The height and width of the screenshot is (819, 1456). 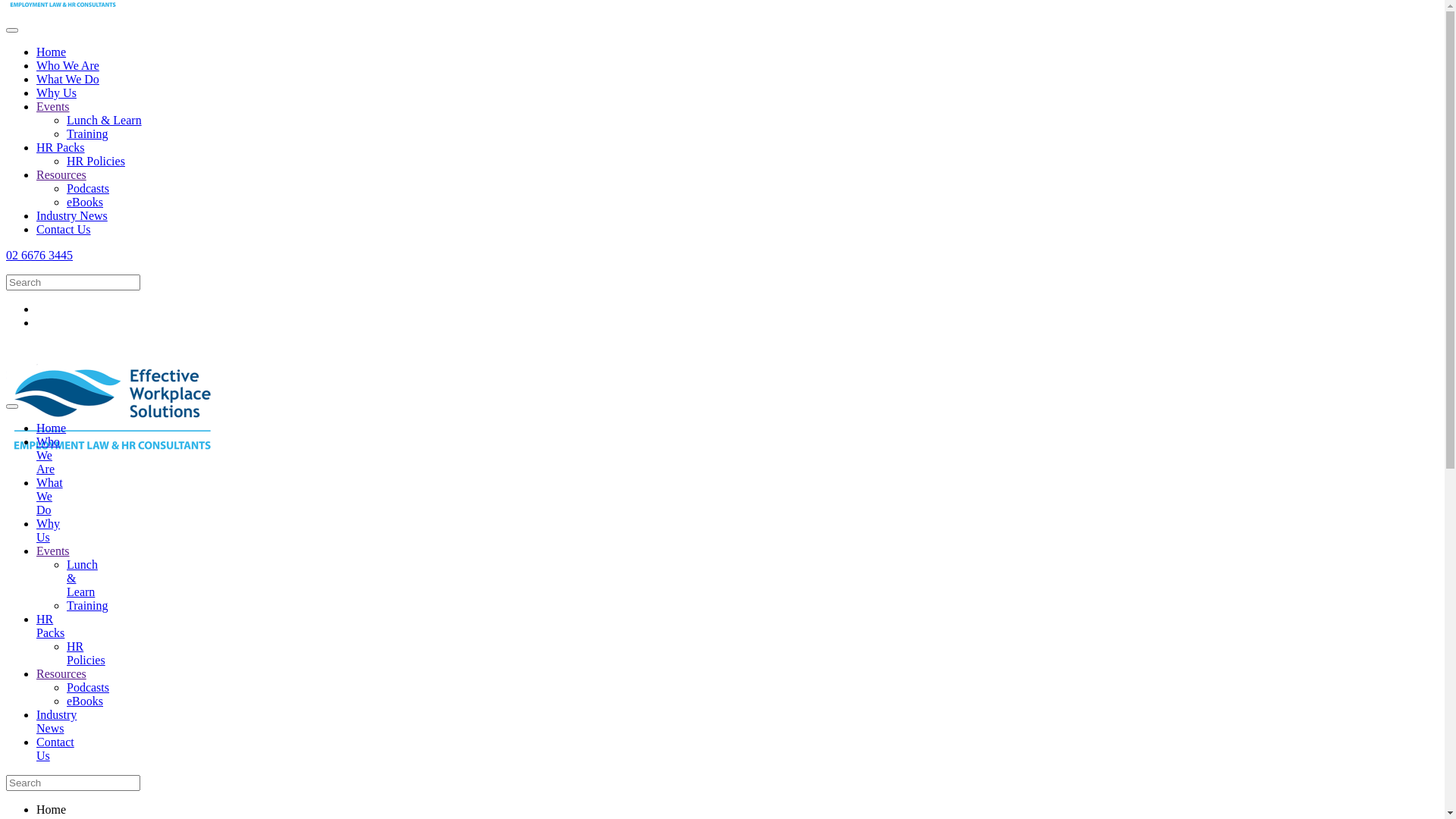 What do you see at coordinates (53, 551) in the screenshot?
I see `'Events'` at bounding box center [53, 551].